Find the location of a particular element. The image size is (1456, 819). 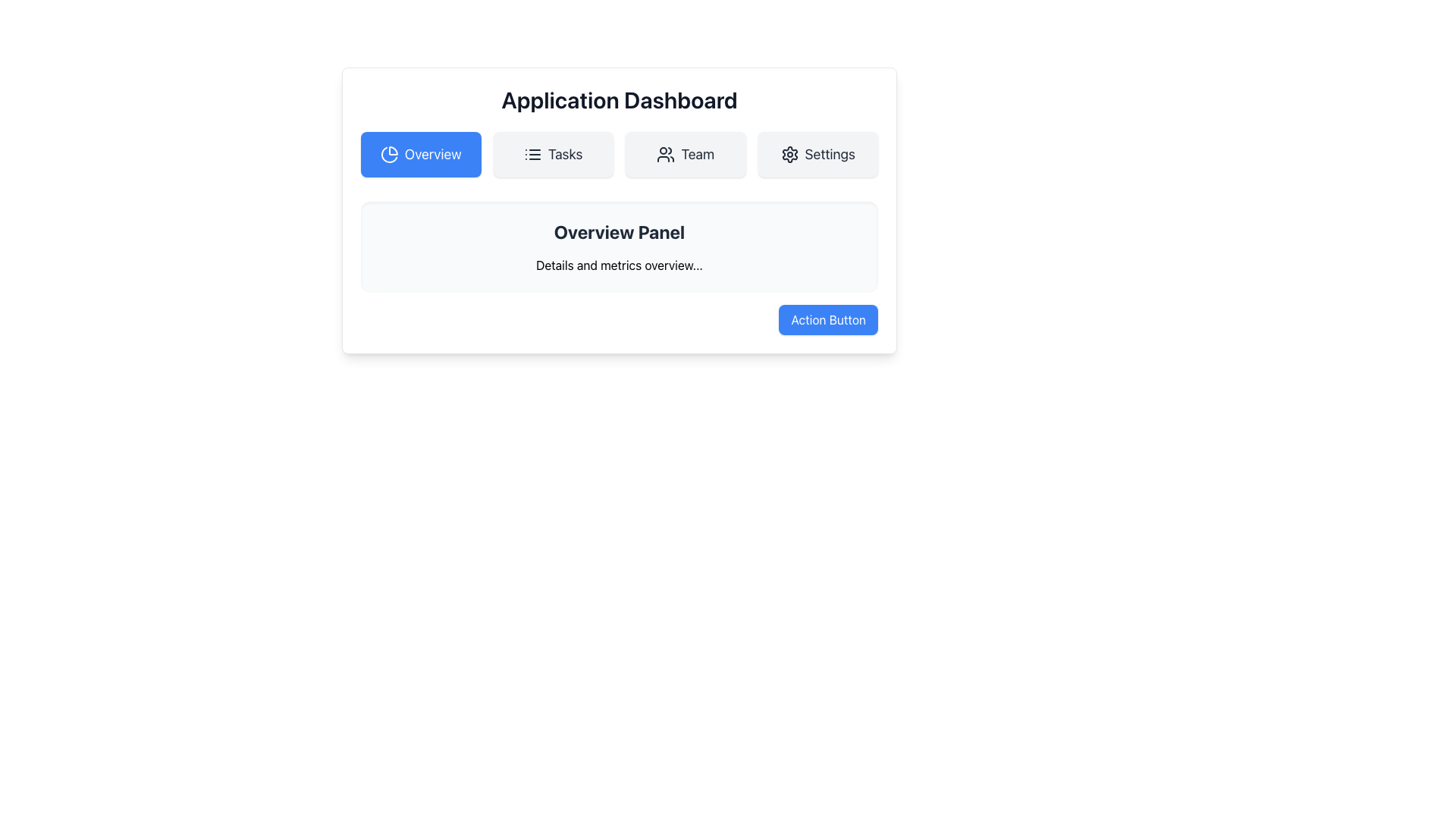

the 'Team' button, which has a gray background and an icon of a group of people on the left is located at coordinates (685, 155).